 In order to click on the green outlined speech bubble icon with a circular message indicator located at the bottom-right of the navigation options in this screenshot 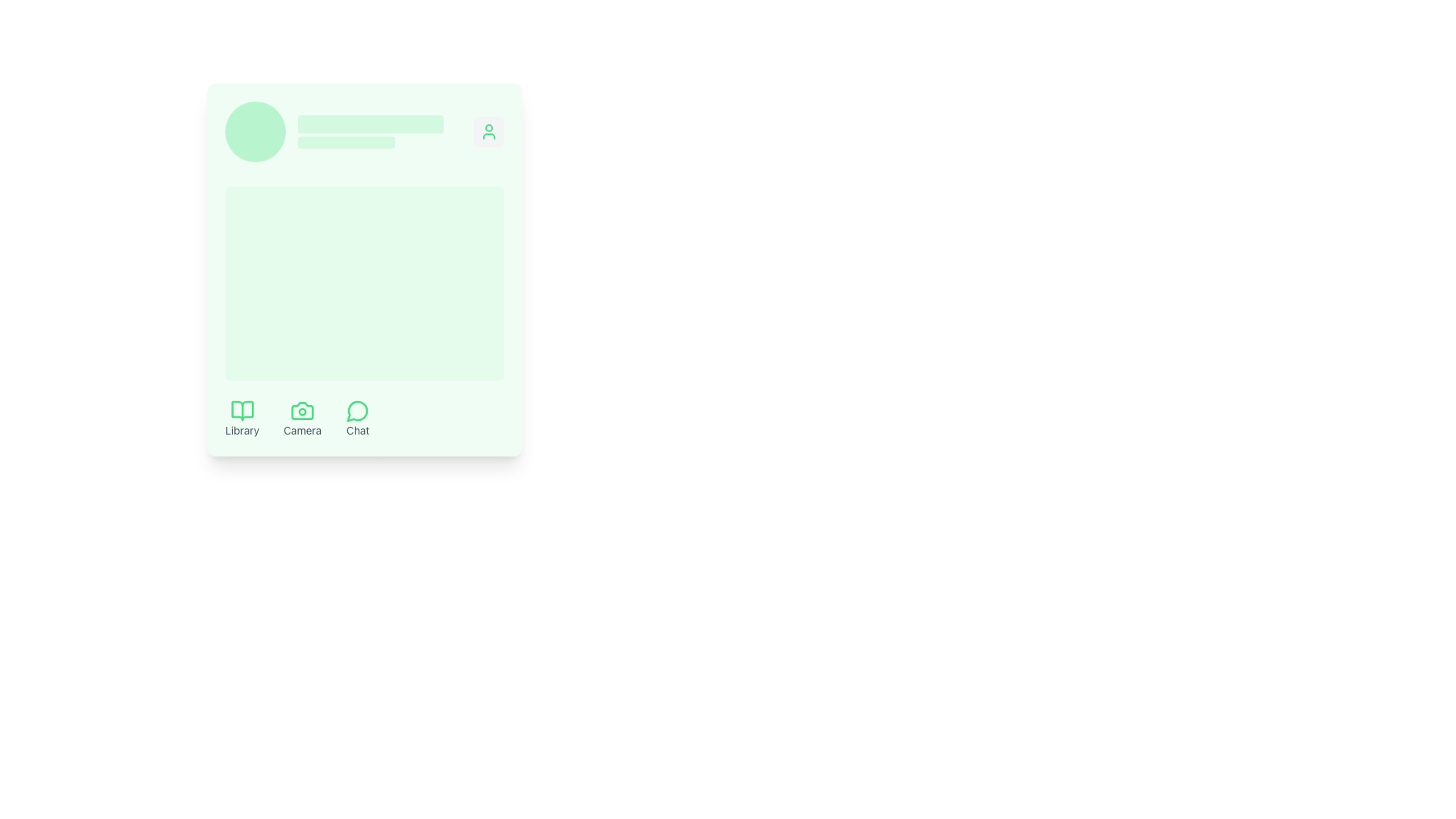, I will do `click(357, 411)`.